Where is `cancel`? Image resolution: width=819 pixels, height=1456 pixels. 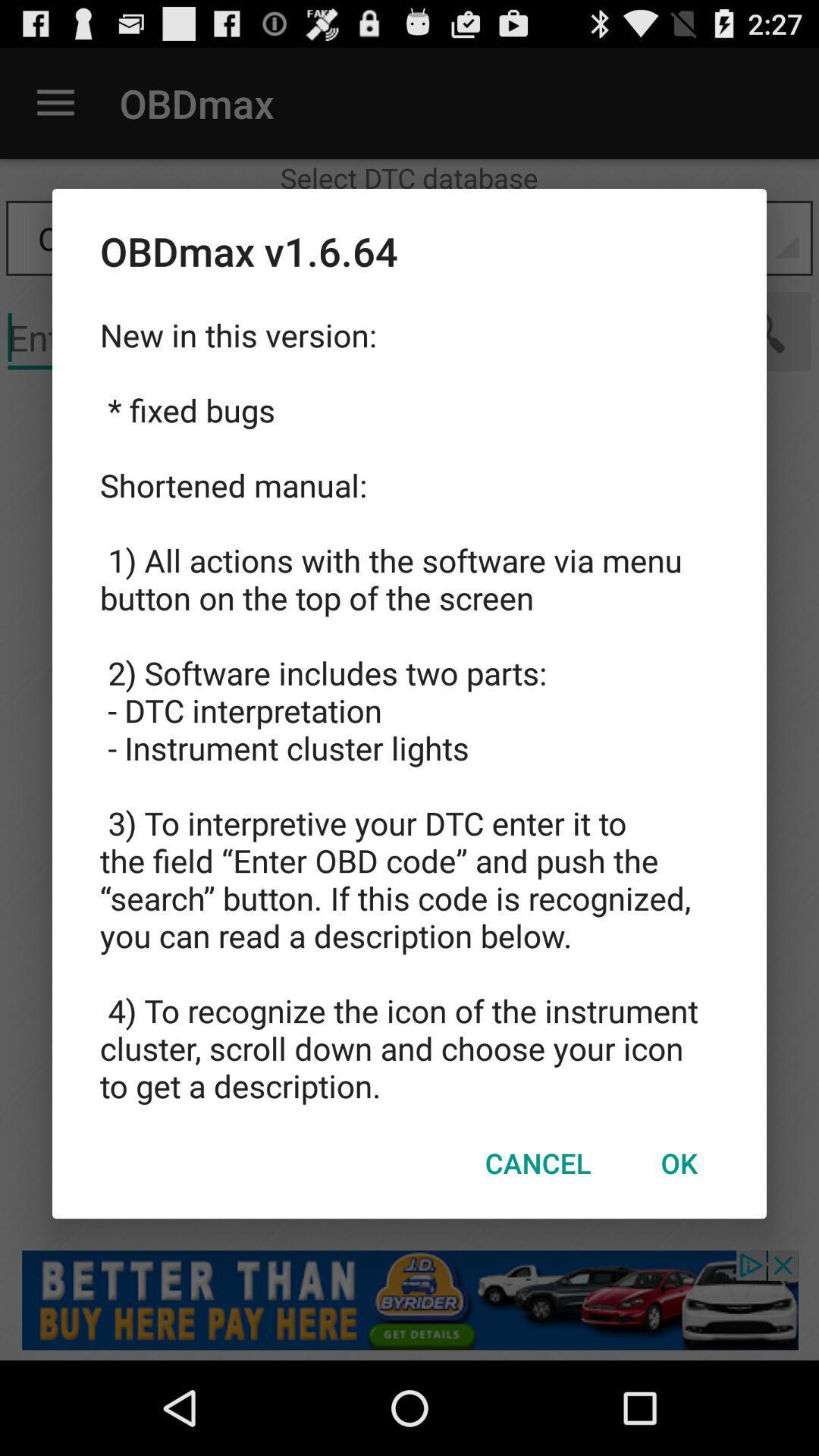
cancel is located at coordinates (537, 1162).